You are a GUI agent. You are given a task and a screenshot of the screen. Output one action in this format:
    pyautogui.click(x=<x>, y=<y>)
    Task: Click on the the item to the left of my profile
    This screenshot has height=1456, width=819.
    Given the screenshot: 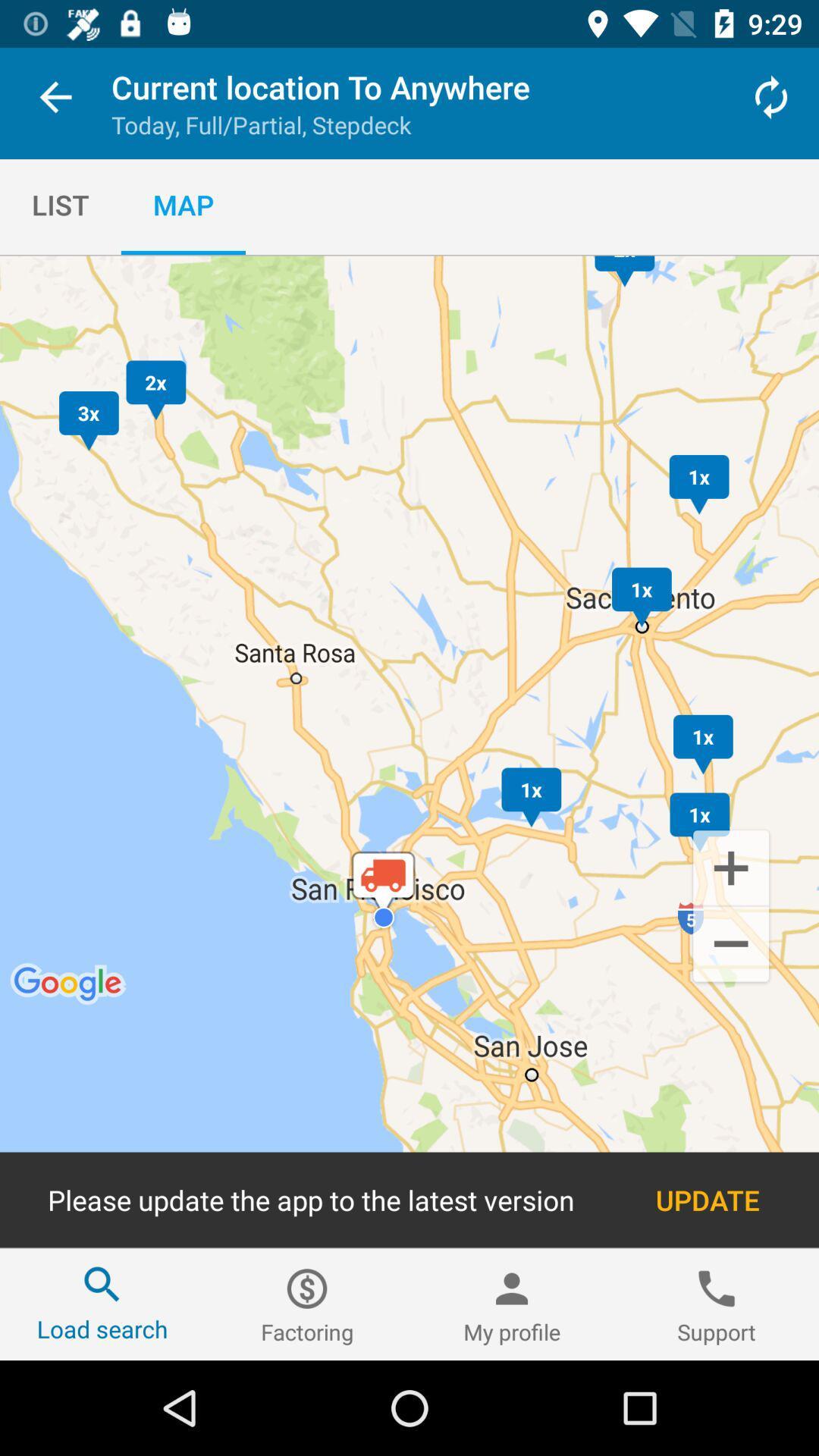 What is the action you would take?
    pyautogui.click(x=307, y=1304)
    